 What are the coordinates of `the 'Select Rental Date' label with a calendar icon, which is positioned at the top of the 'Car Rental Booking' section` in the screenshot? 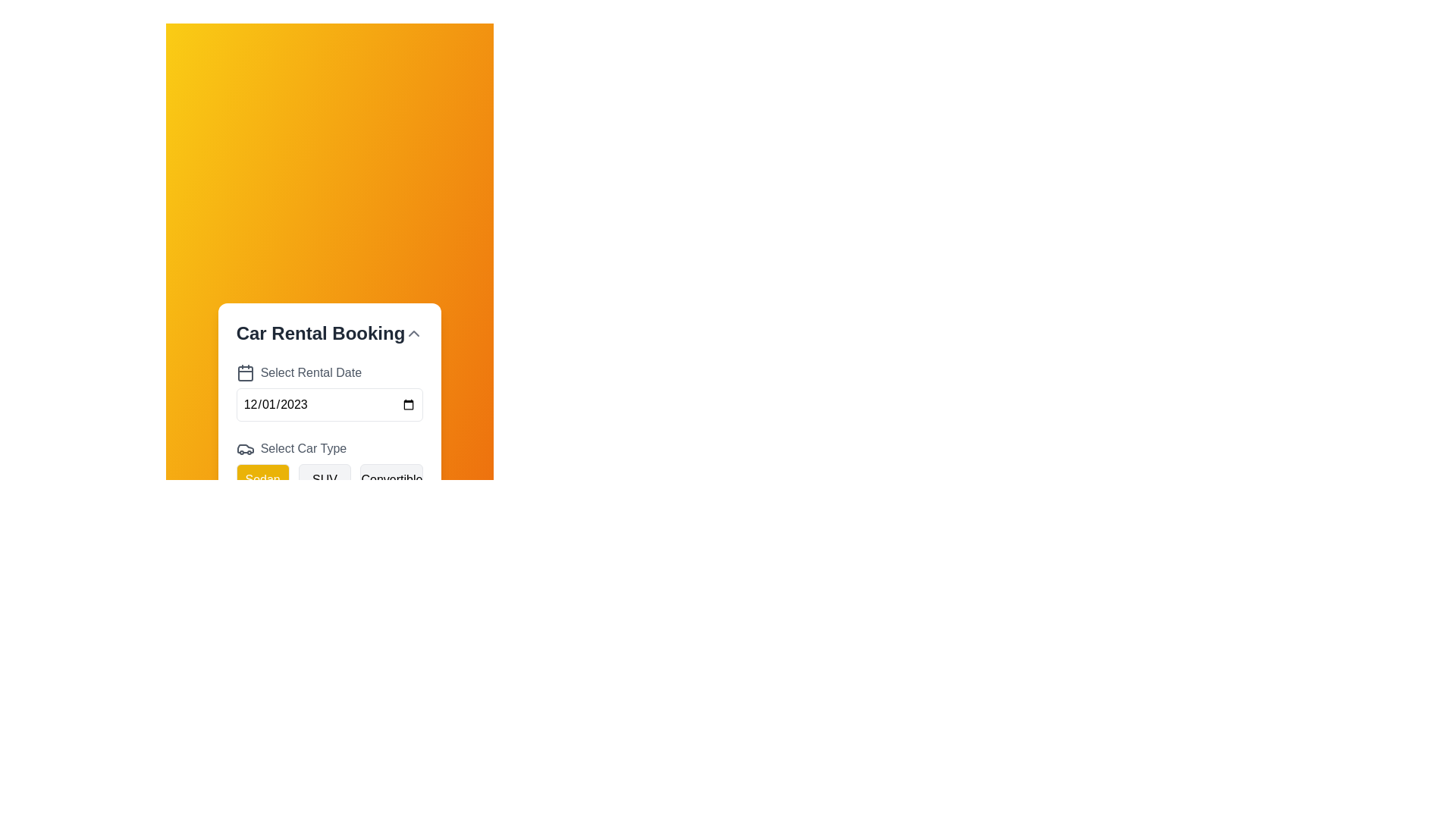 It's located at (329, 373).